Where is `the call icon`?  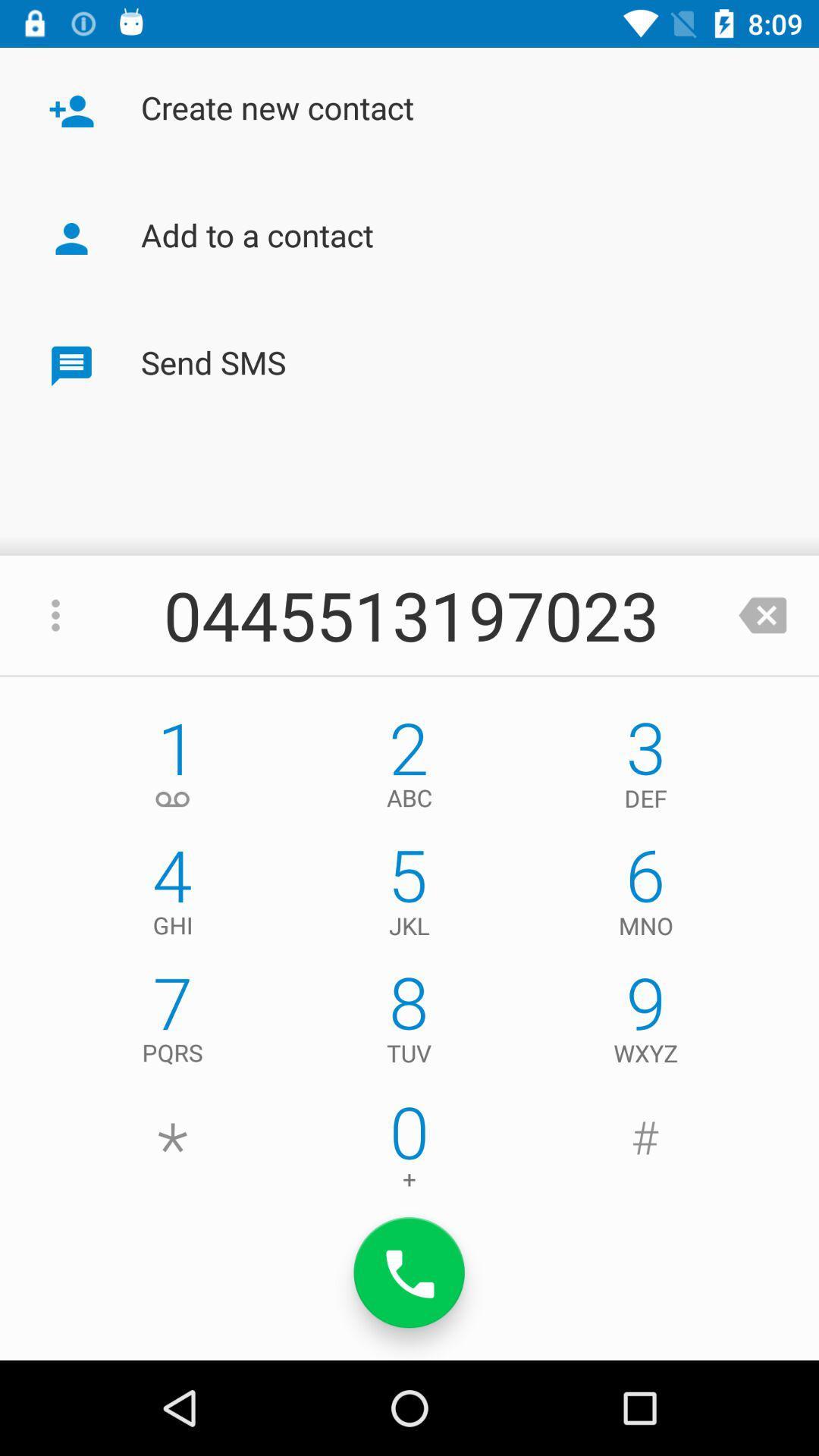
the call icon is located at coordinates (409, 1272).